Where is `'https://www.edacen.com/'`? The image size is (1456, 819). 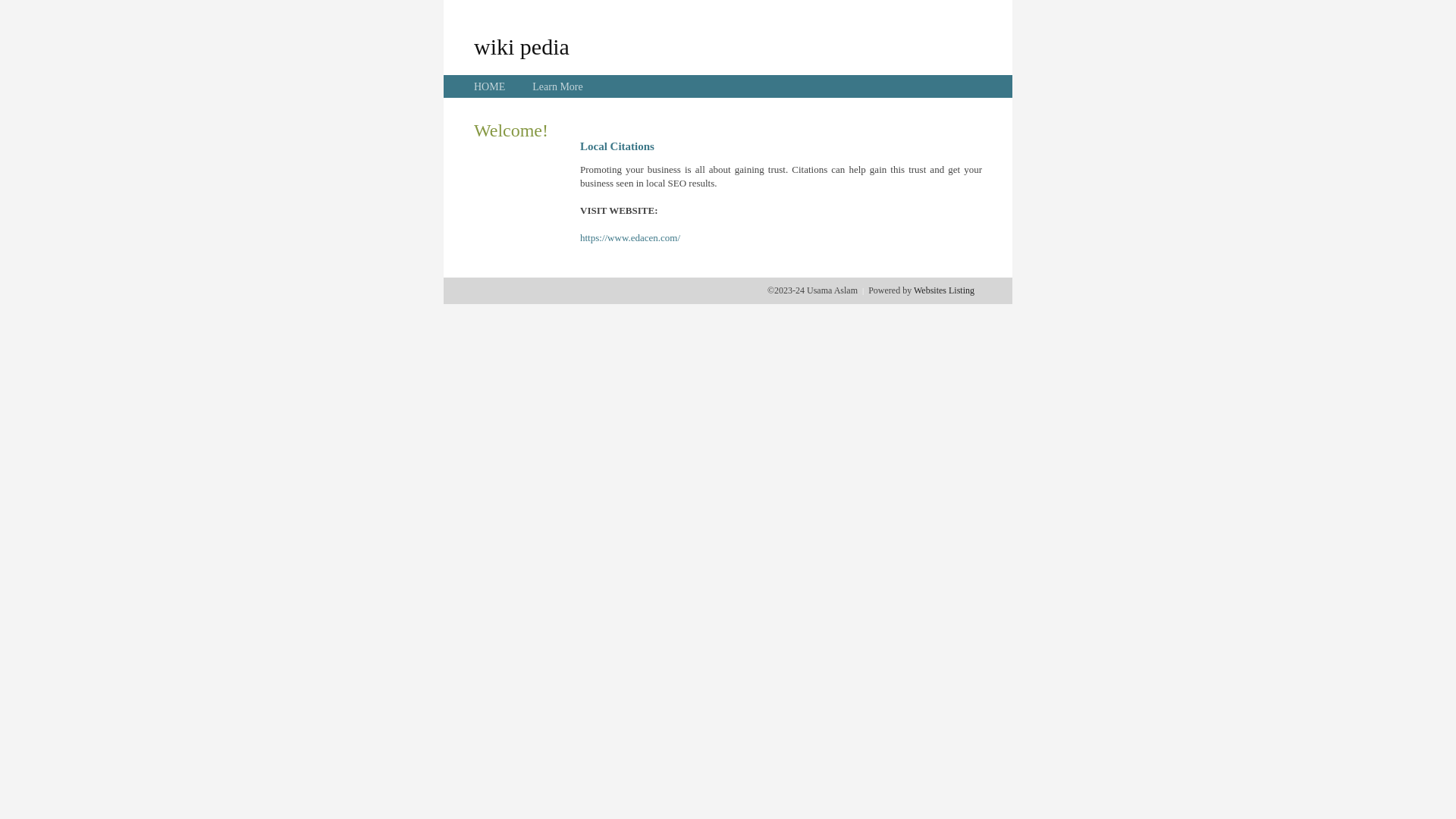 'https://www.edacen.com/' is located at coordinates (579, 237).